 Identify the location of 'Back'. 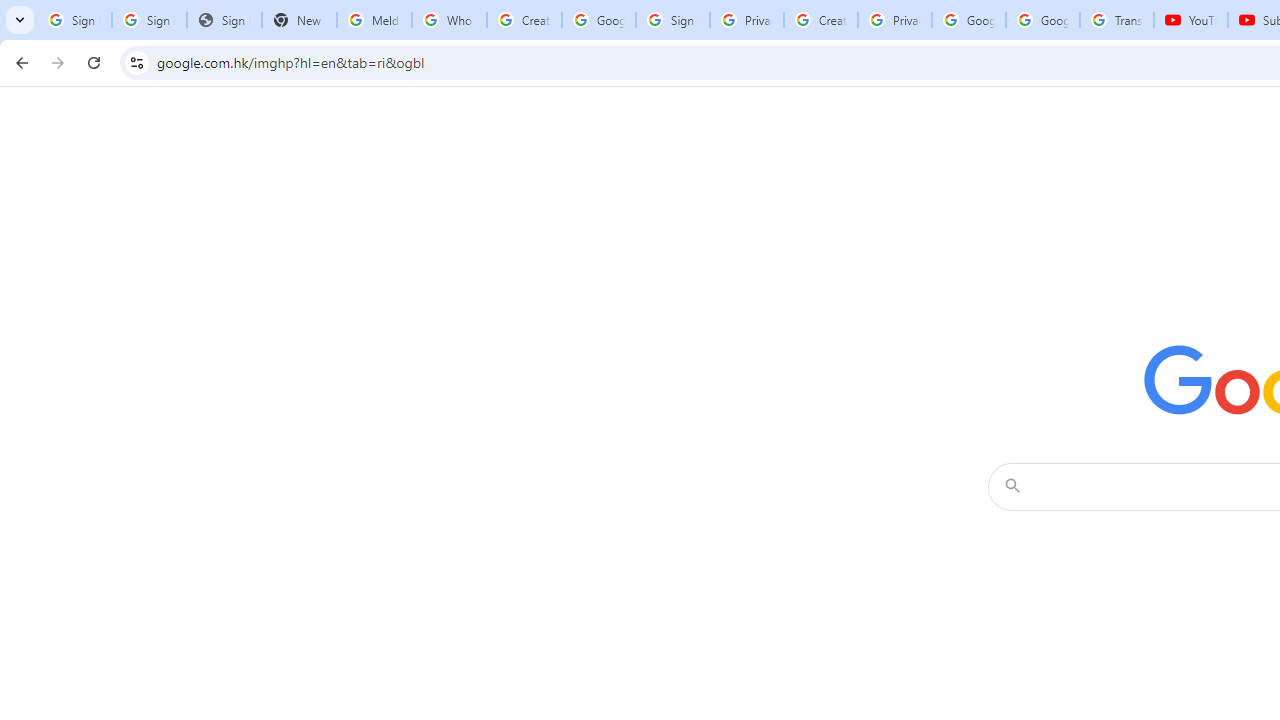
(19, 61).